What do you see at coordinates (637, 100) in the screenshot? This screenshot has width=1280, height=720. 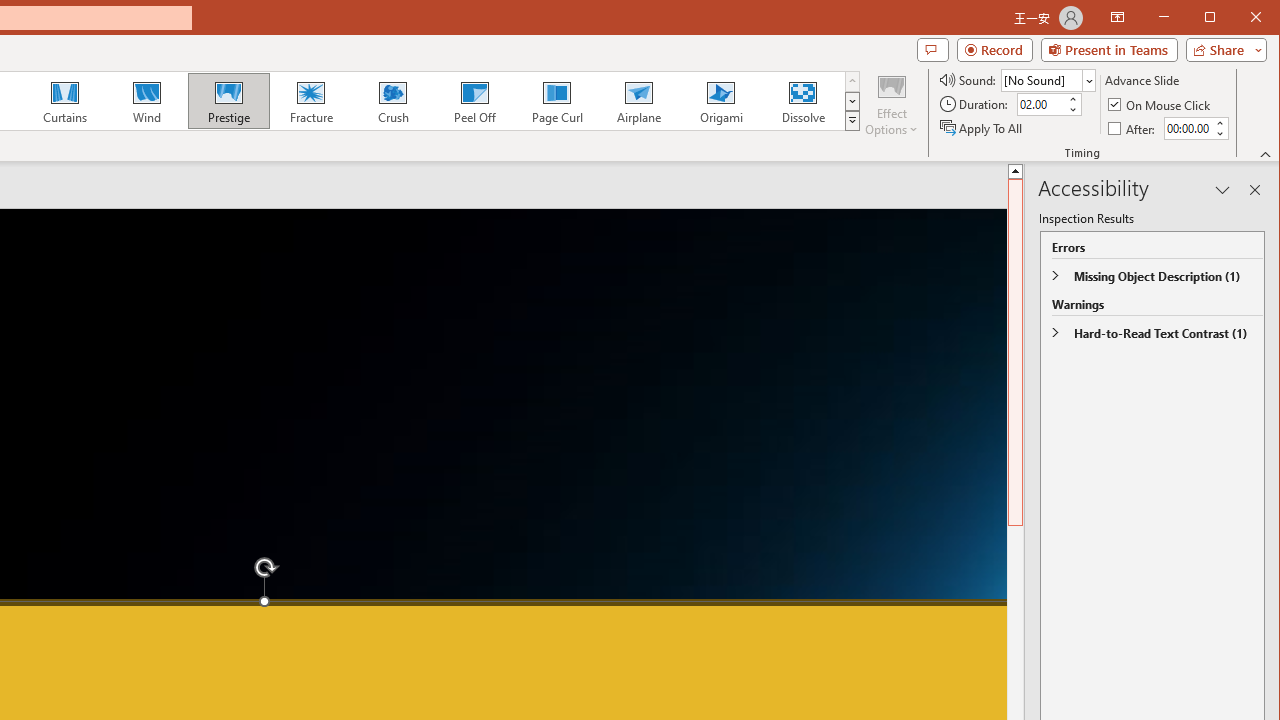 I see `'Airplane'` at bounding box center [637, 100].